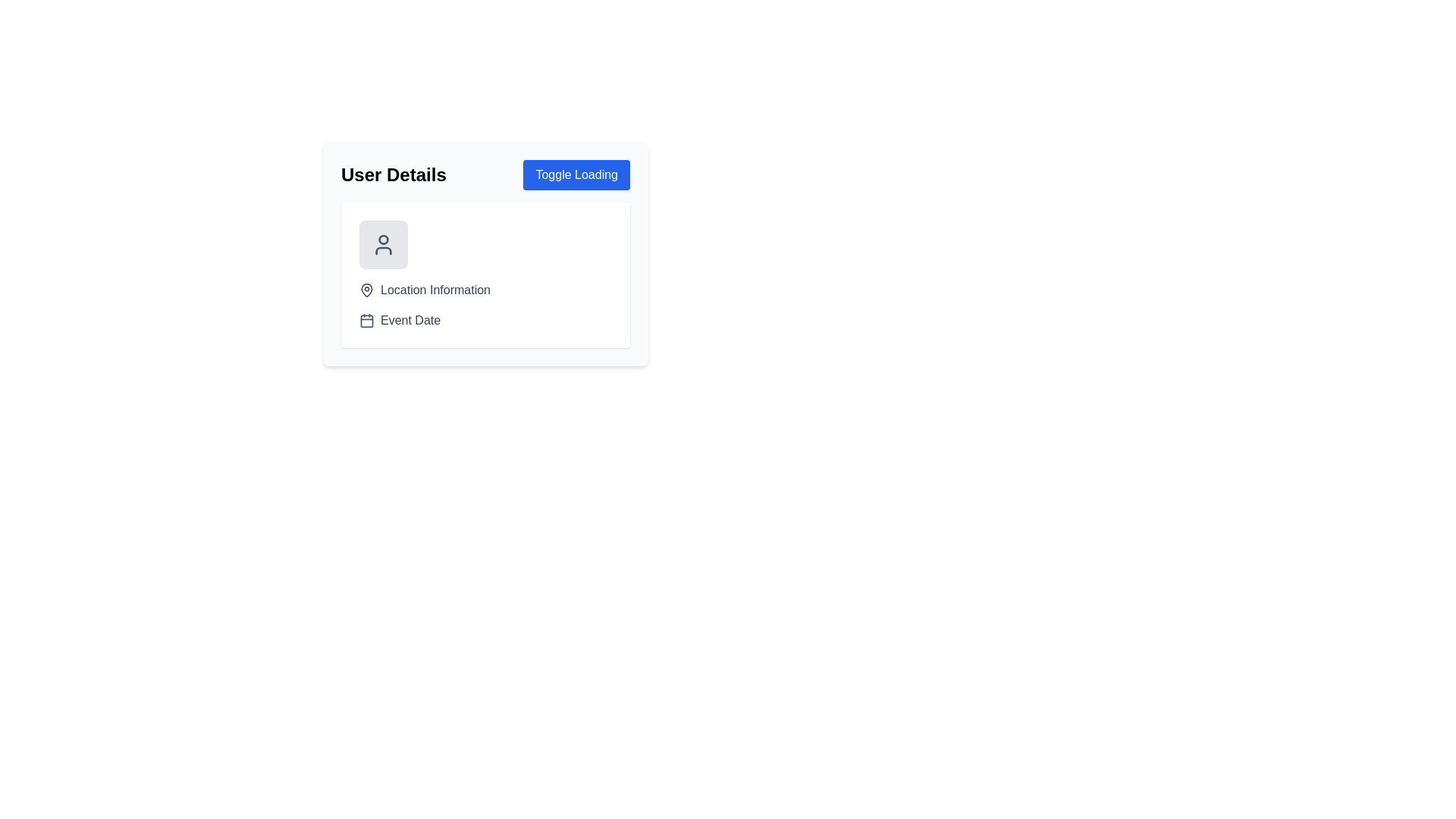 The image size is (1456, 819). Describe the element at coordinates (383, 239) in the screenshot. I see `the decorative circular graphical element located slightly above the midpoint of the user icon` at that location.